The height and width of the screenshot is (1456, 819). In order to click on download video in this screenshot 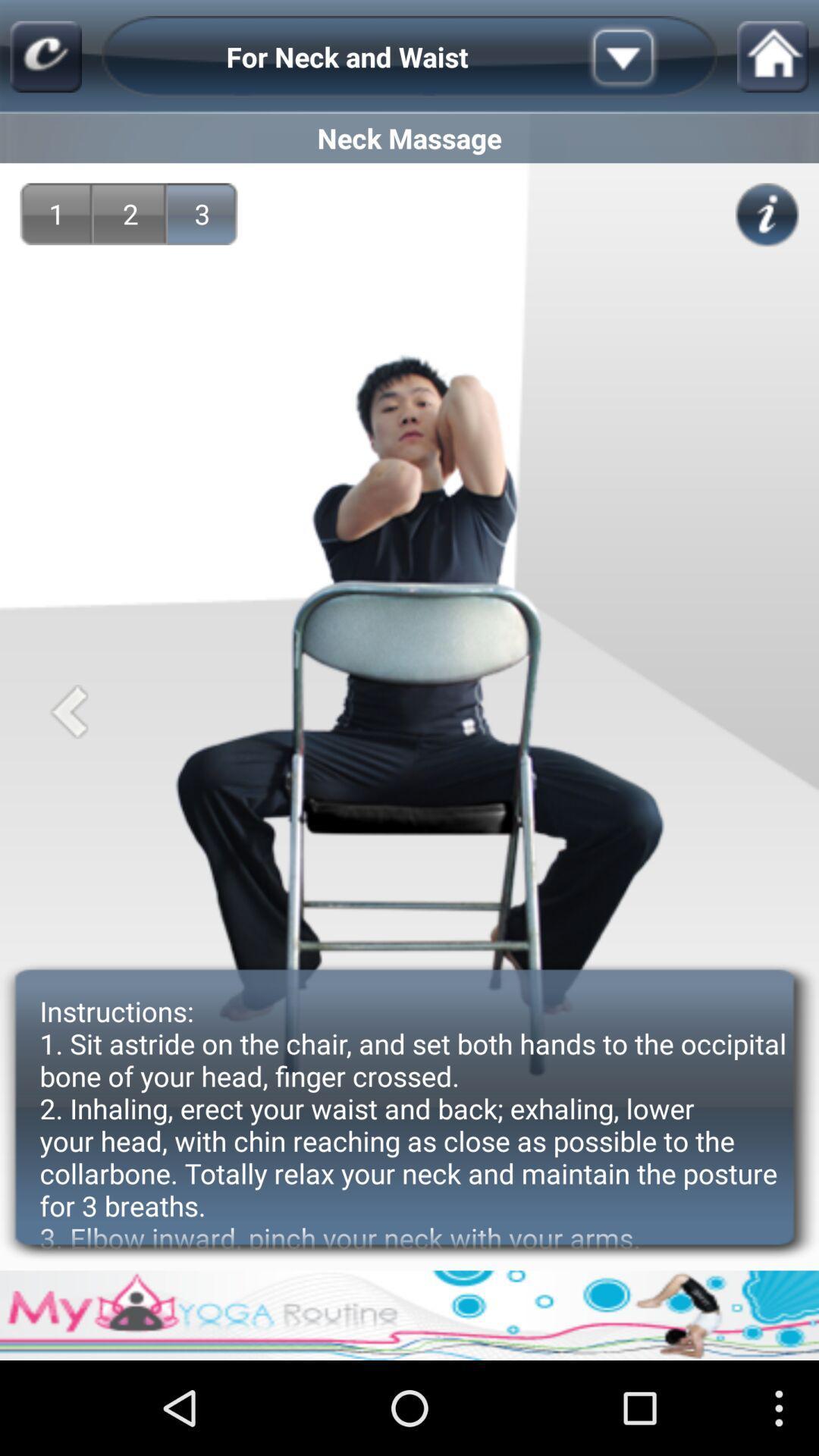, I will do `click(647, 57)`.